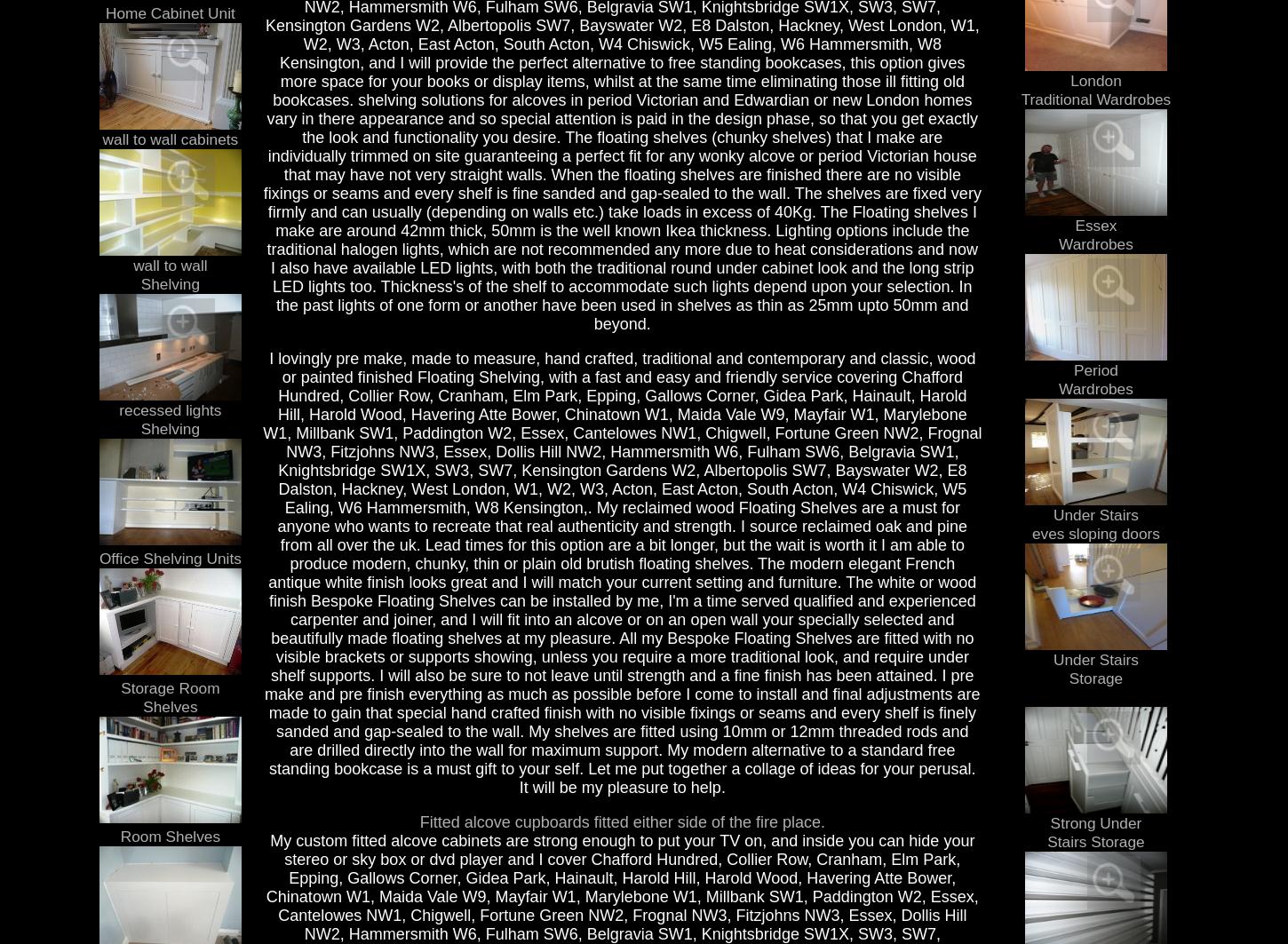  I want to click on 'Room Shelves', so click(169, 834).